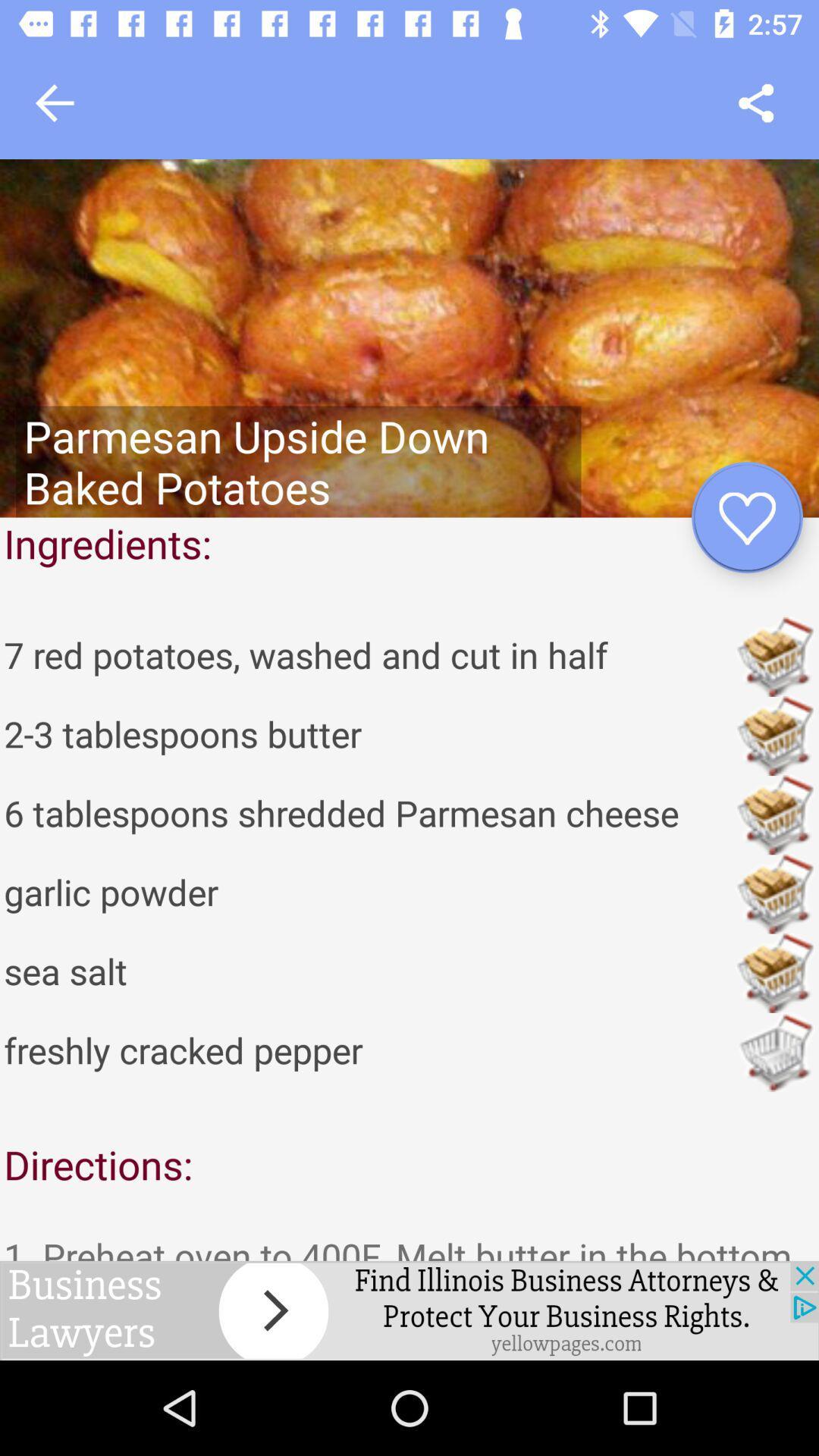 The image size is (819, 1456). Describe the element at coordinates (756, 102) in the screenshot. I see `share page` at that location.